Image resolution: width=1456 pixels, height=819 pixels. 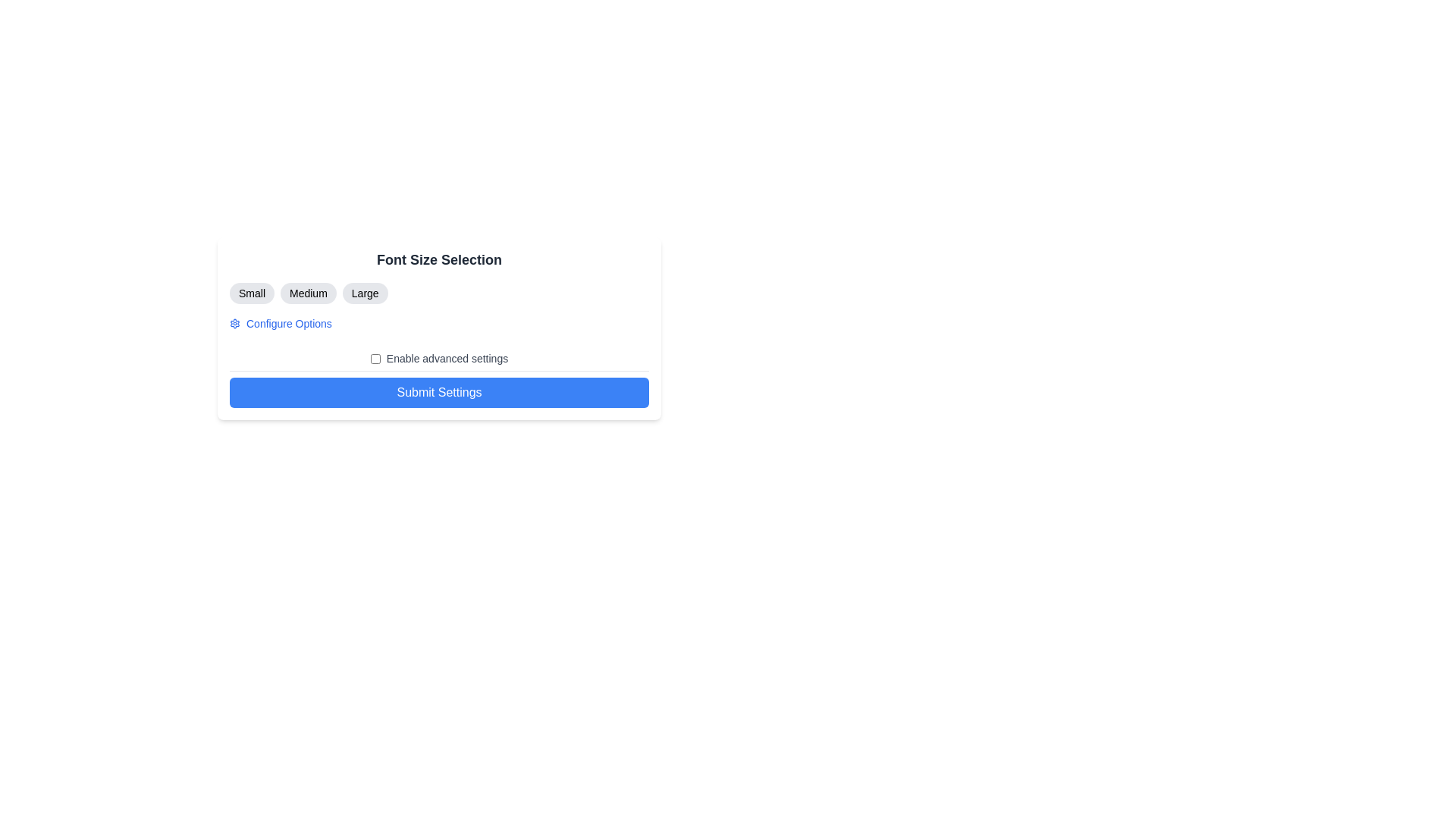 What do you see at coordinates (438, 391) in the screenshot?
I see `the 'Submit Settings' button with a blue background and white text located at the bottom of the 'Font Size Selection' section` at bounding box center [438, 391].